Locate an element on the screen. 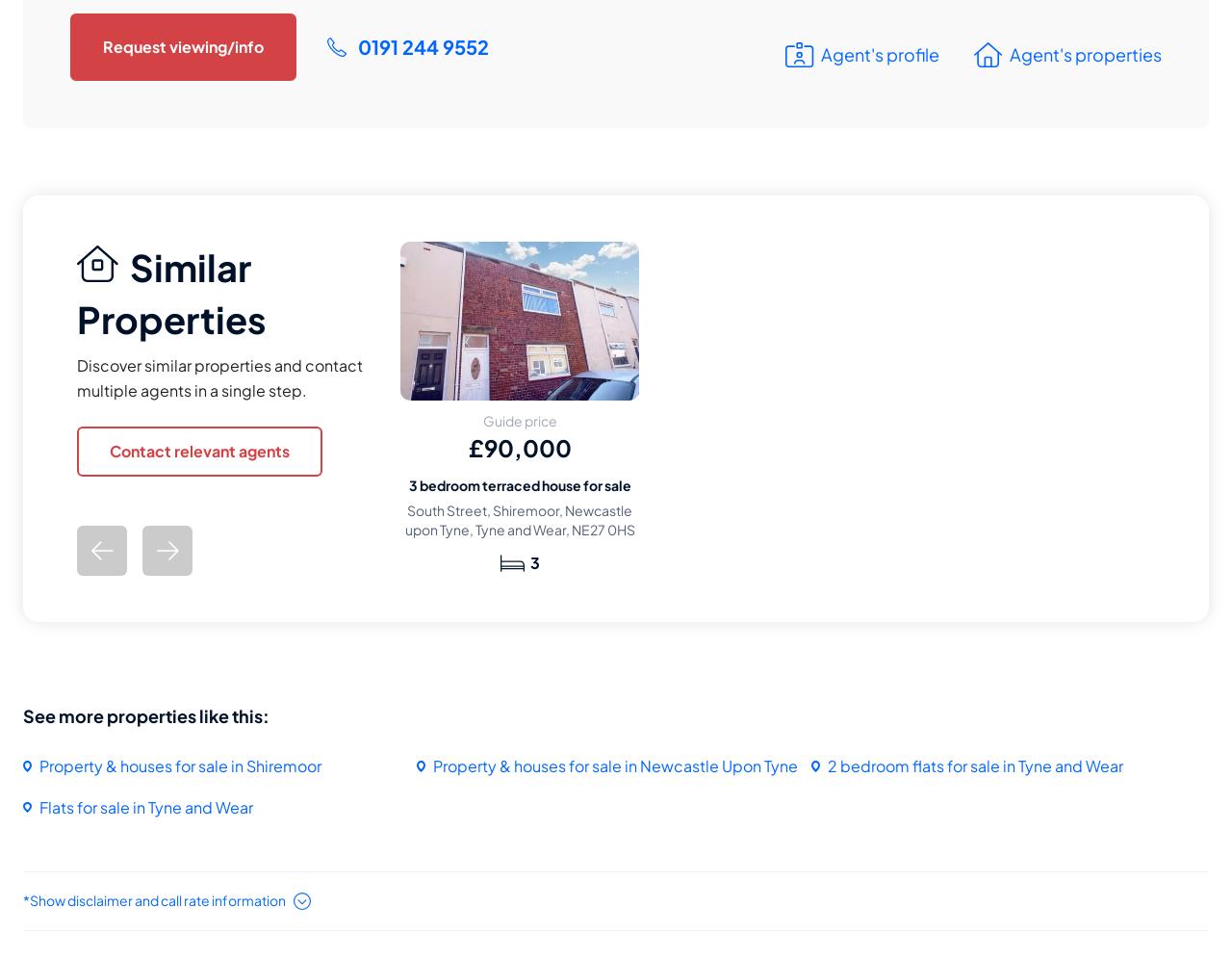 This screenshot has height=959, width=1232. 'Guide price' is located at coordinates (481, 421).